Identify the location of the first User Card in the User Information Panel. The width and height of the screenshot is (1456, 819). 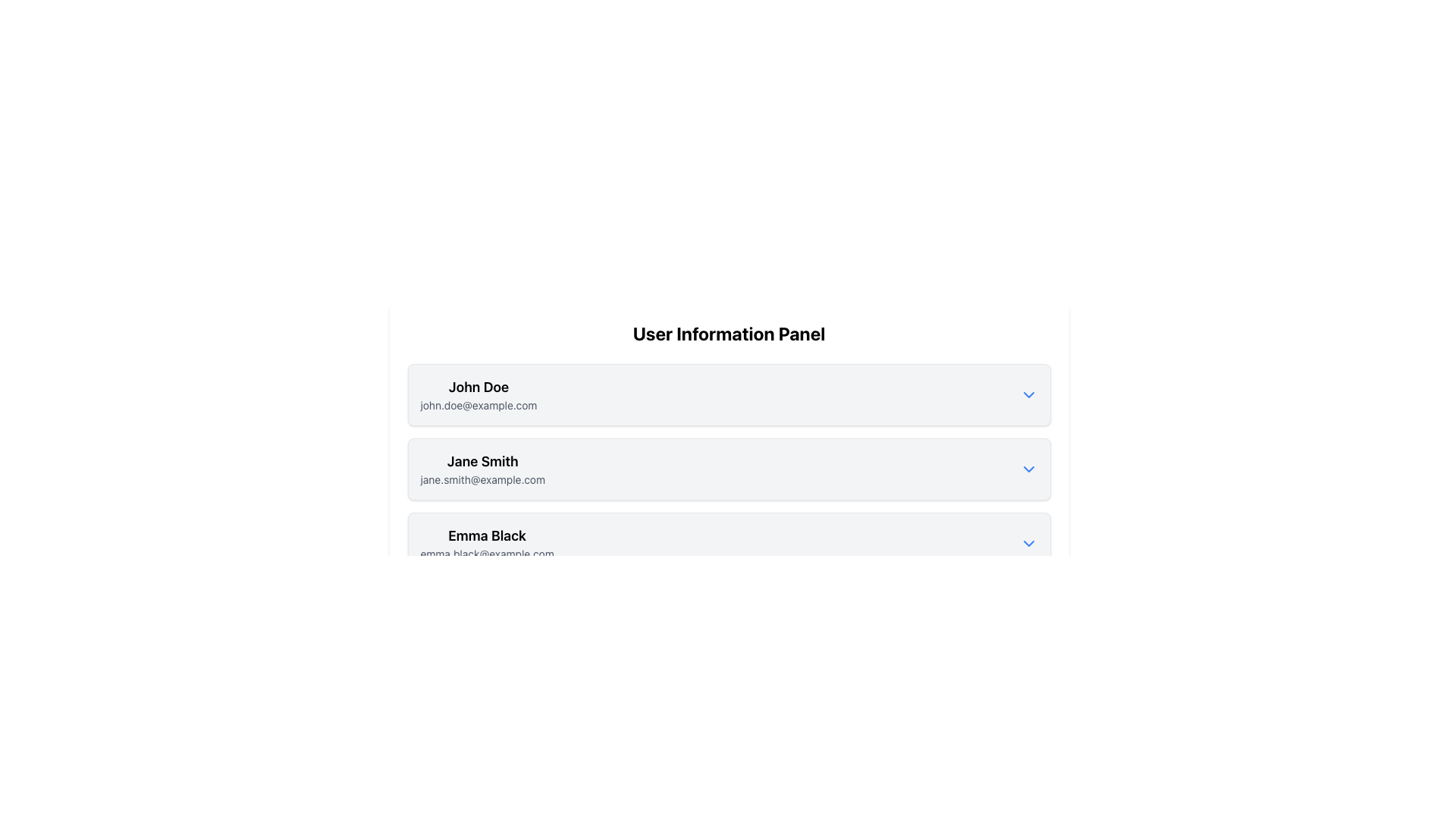
(729, 394).